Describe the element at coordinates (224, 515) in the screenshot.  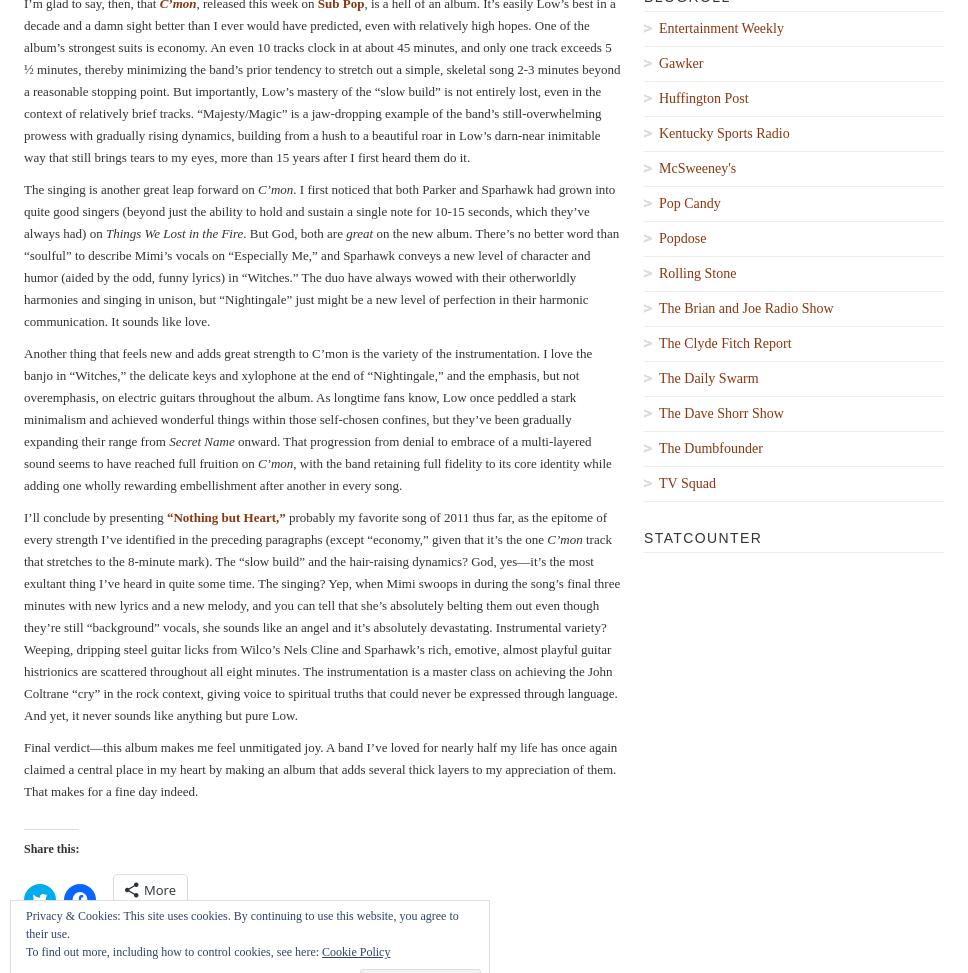
I see `'“Nothing but Heart,”'` at that location.